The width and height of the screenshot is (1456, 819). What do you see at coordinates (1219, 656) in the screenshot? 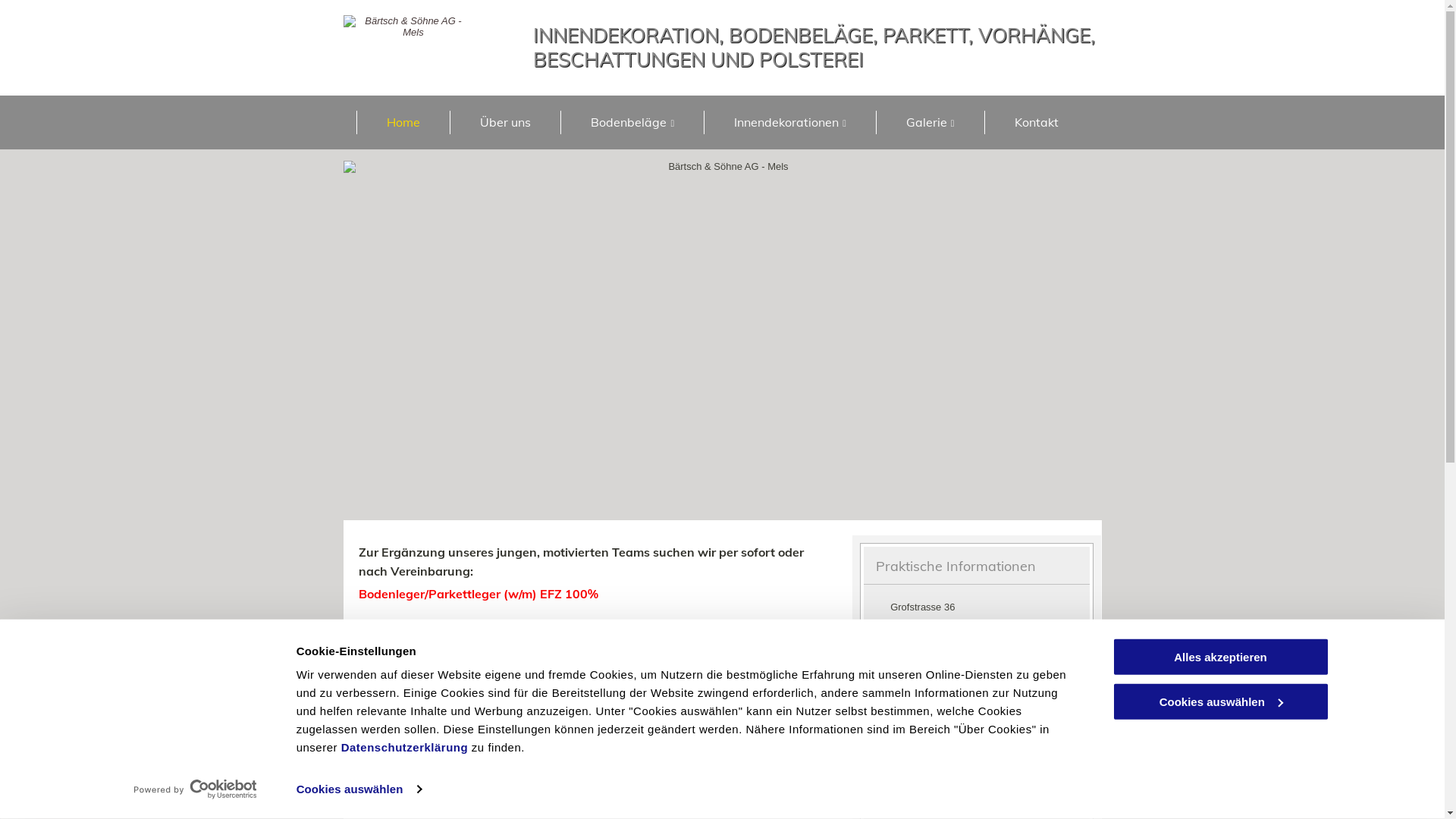
I see `'Alles akzeptieren'` at bounding box center [1219, 656].